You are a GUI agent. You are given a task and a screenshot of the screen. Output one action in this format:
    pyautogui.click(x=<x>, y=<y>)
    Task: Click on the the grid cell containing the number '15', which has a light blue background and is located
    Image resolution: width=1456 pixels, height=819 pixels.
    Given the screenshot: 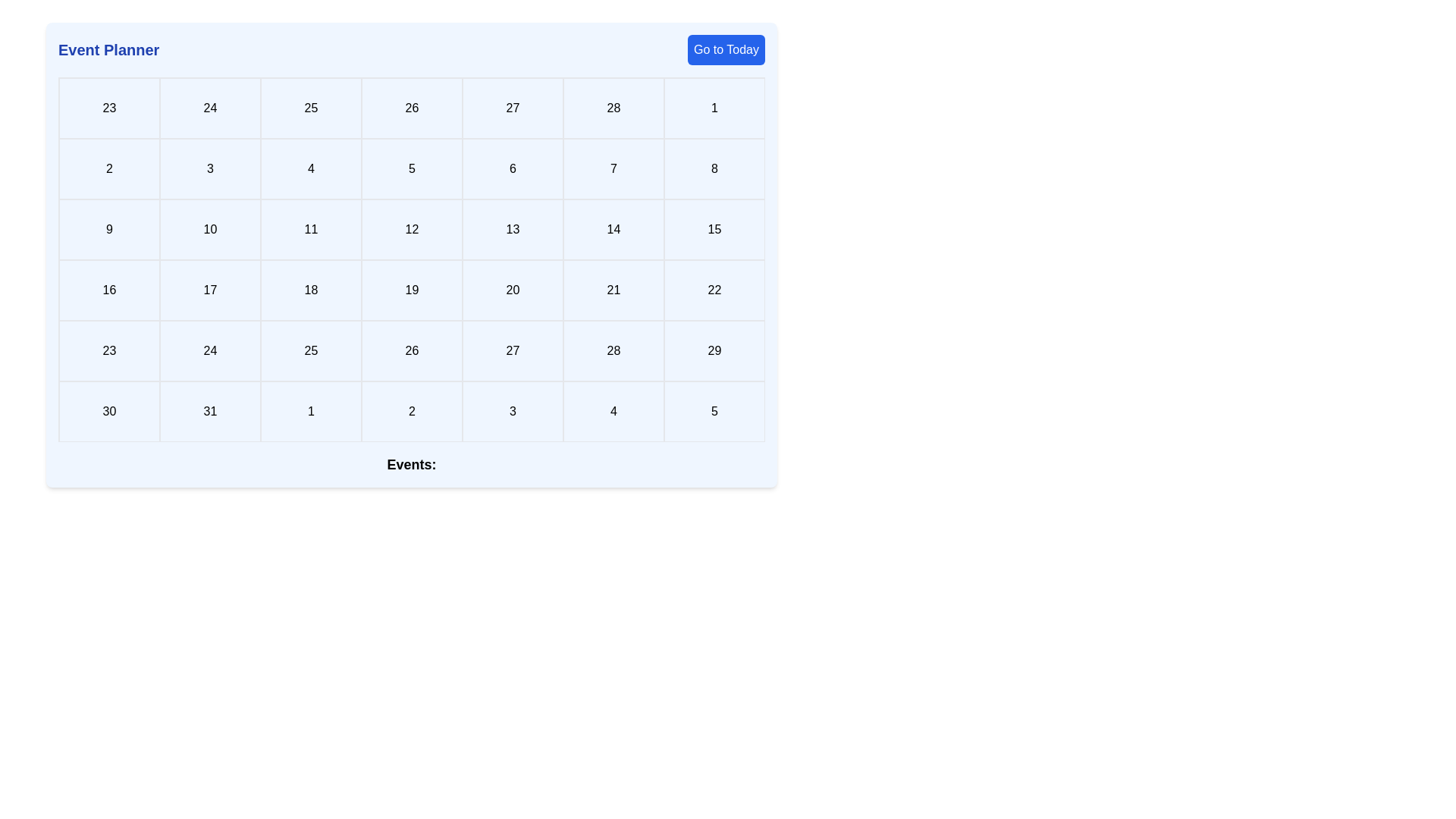 What is the action you would take?
    pyautogui.click(x=714, y=230)
    